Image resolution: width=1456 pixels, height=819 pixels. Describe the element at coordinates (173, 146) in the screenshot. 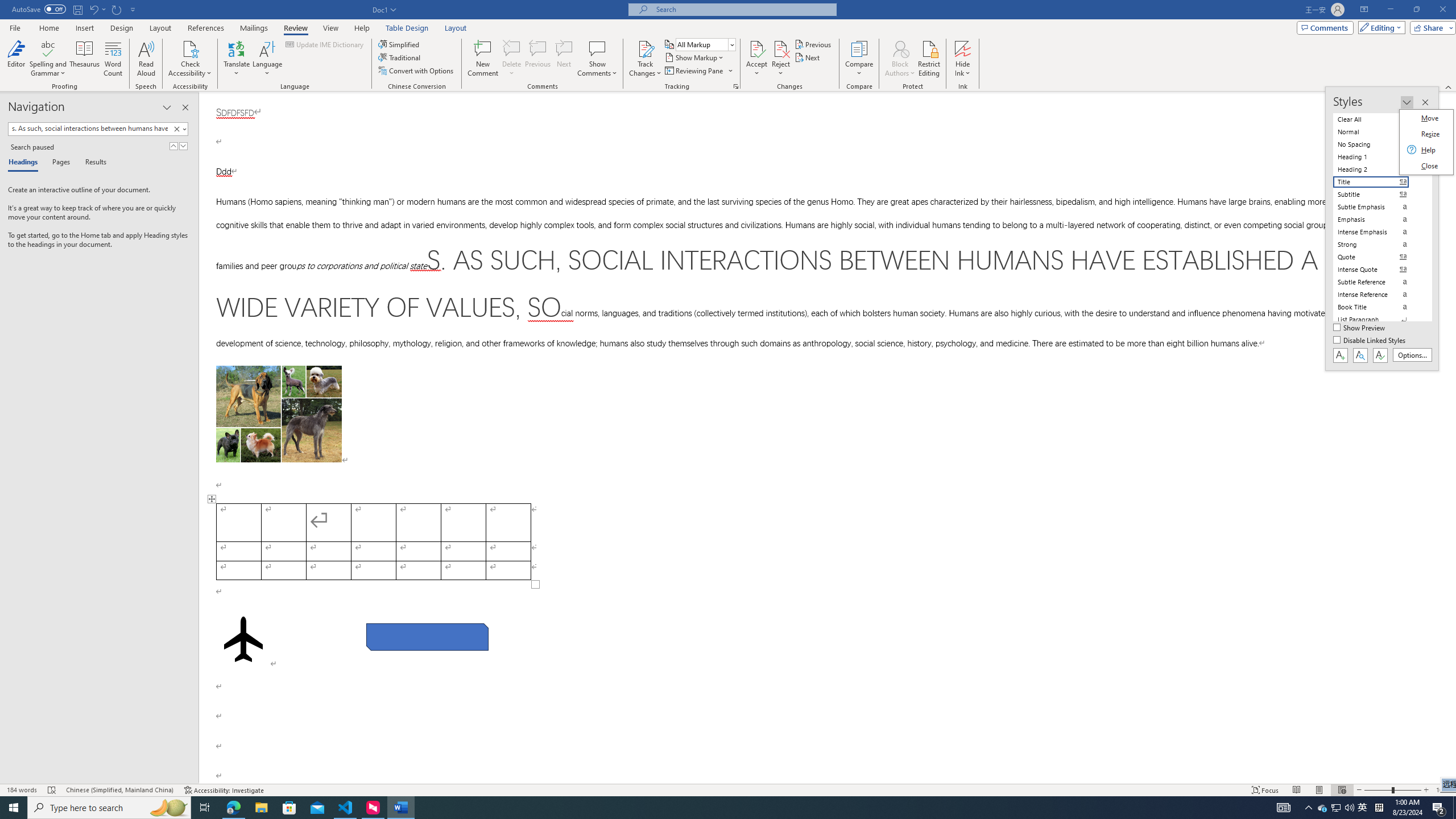

I see `'Previous Result'` at that location.